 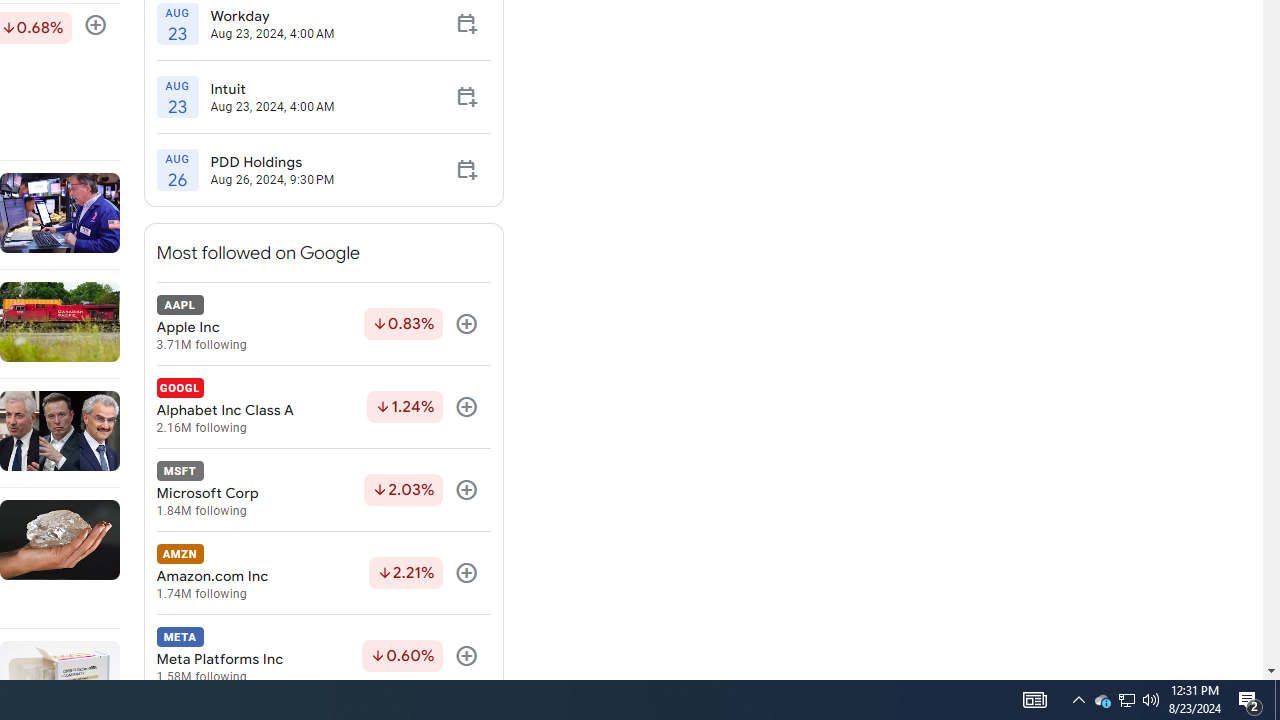 What do you see at coordinates (271, 15) in the screenshot?
I see `'Workday'` at bounding box center [271, 15].